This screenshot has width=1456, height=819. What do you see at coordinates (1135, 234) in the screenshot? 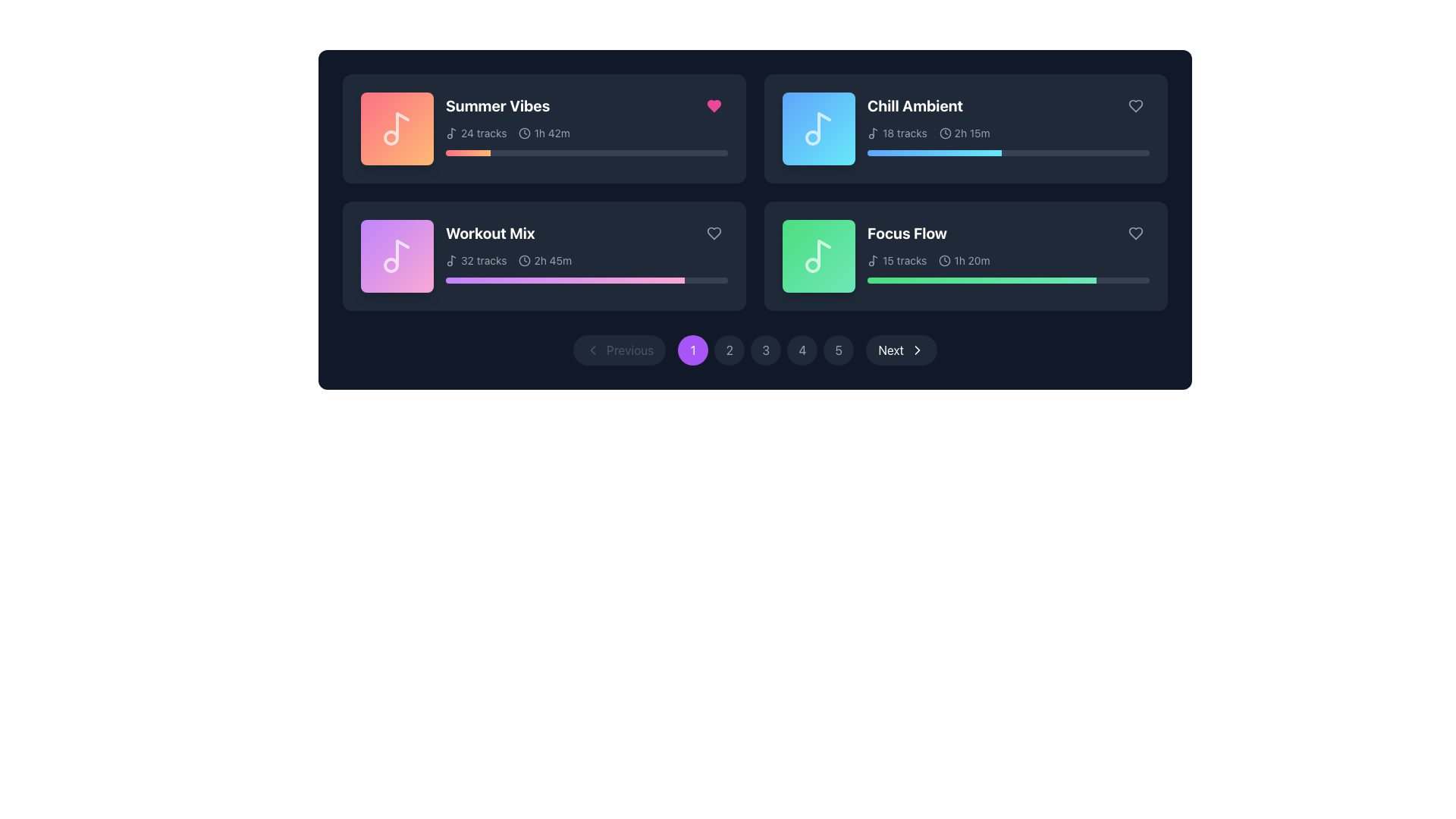
I see `the heart icon button located in the top-right corner of the 'Focus Flow' card` at bounding box center [1135, 234].